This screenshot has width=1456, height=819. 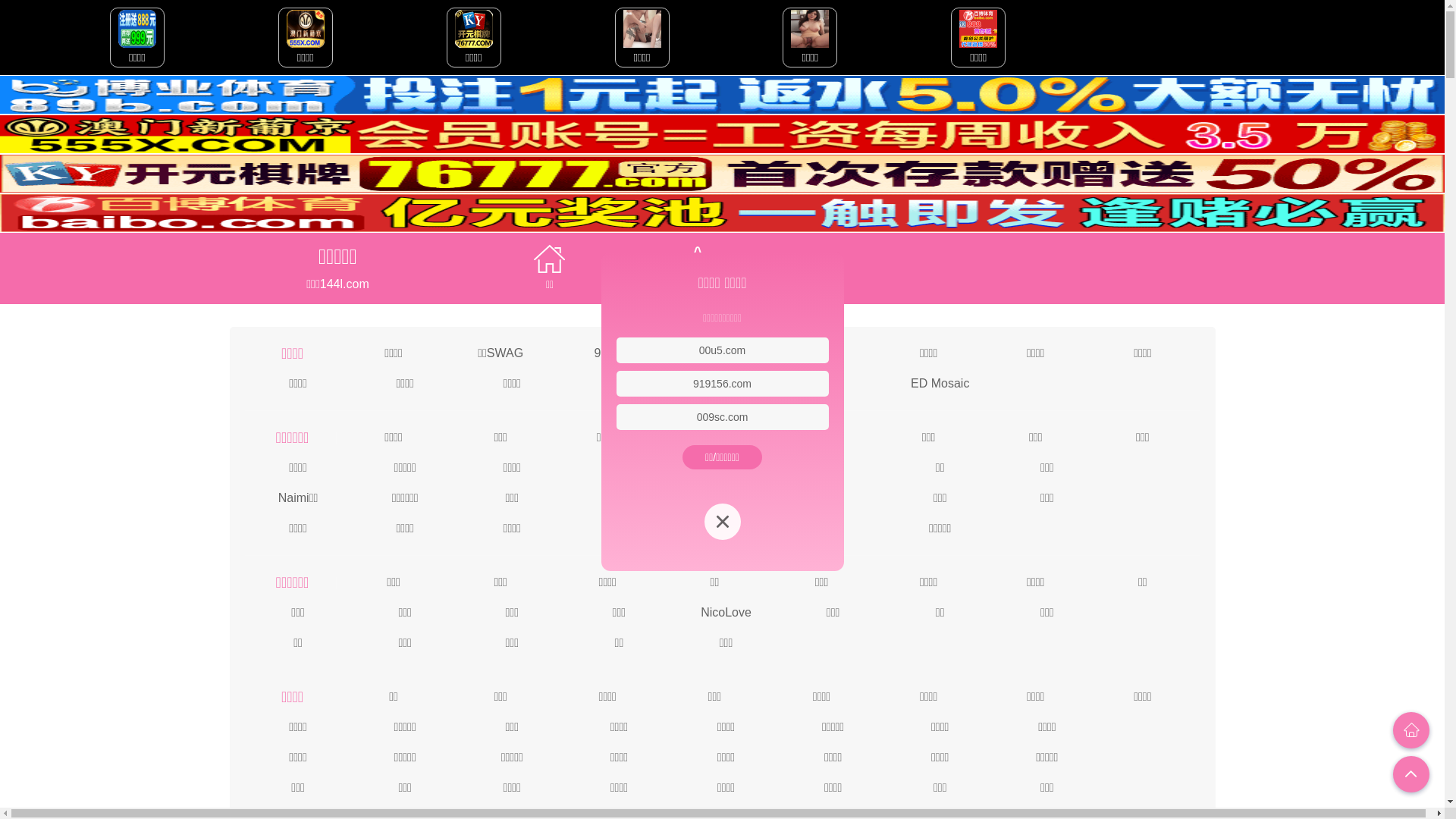 I want to click on 'NicoLove', so click(x=700, y=610).